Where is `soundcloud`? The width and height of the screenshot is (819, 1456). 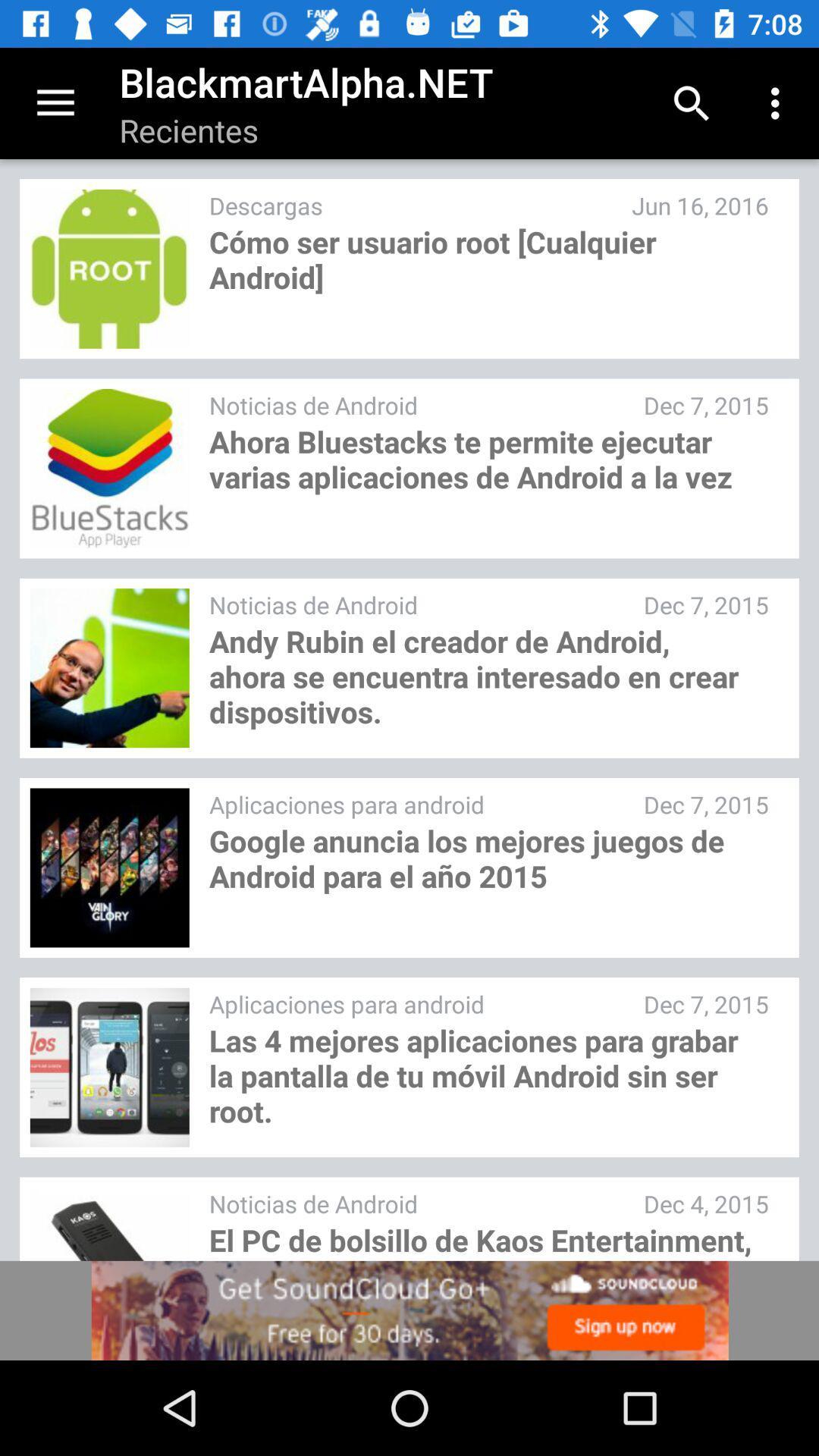 soundcloud is located at coordinates (409, 1310).